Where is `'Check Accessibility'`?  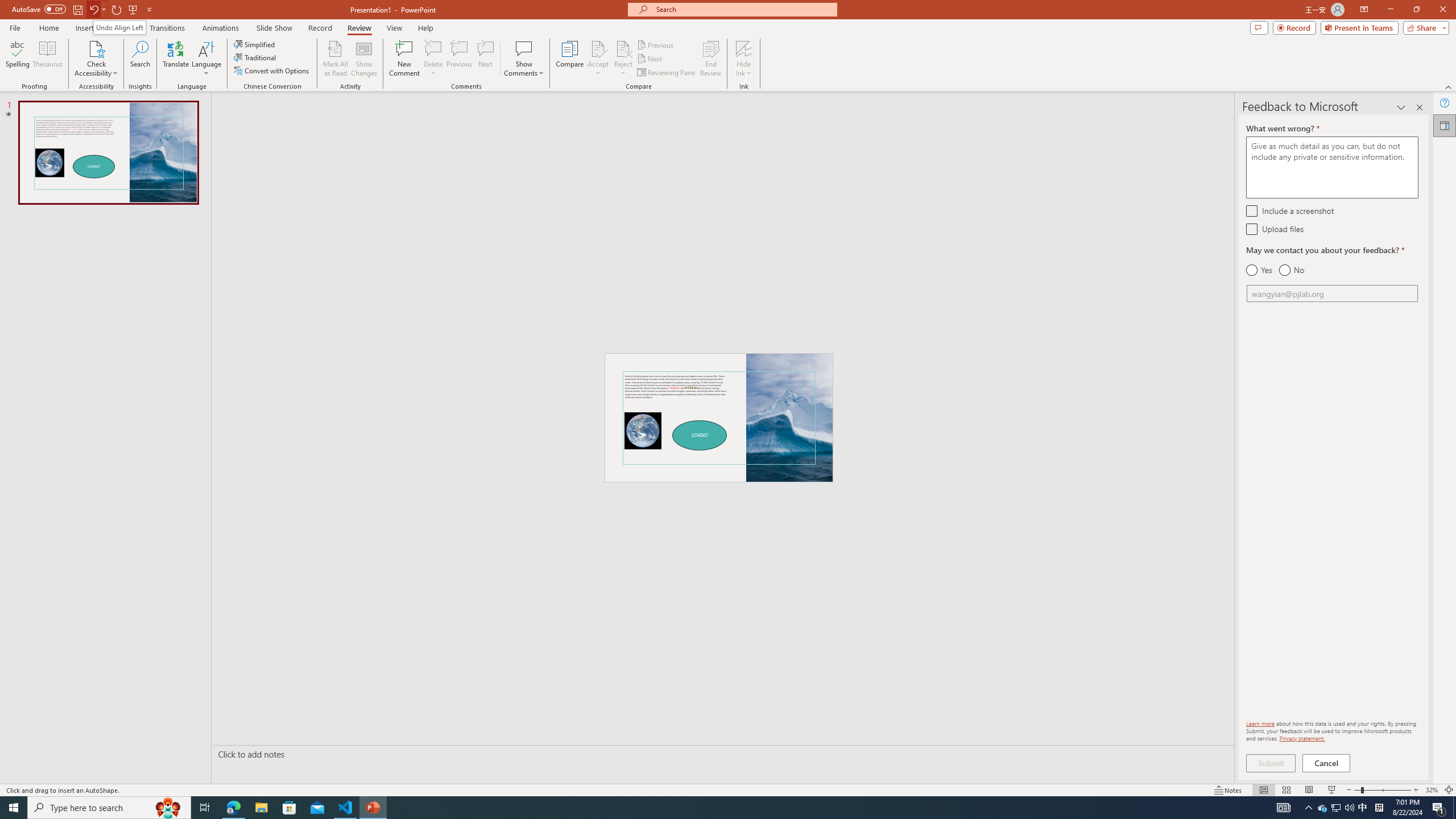
'Check Accessibility' is located at coordinates (95, 48).